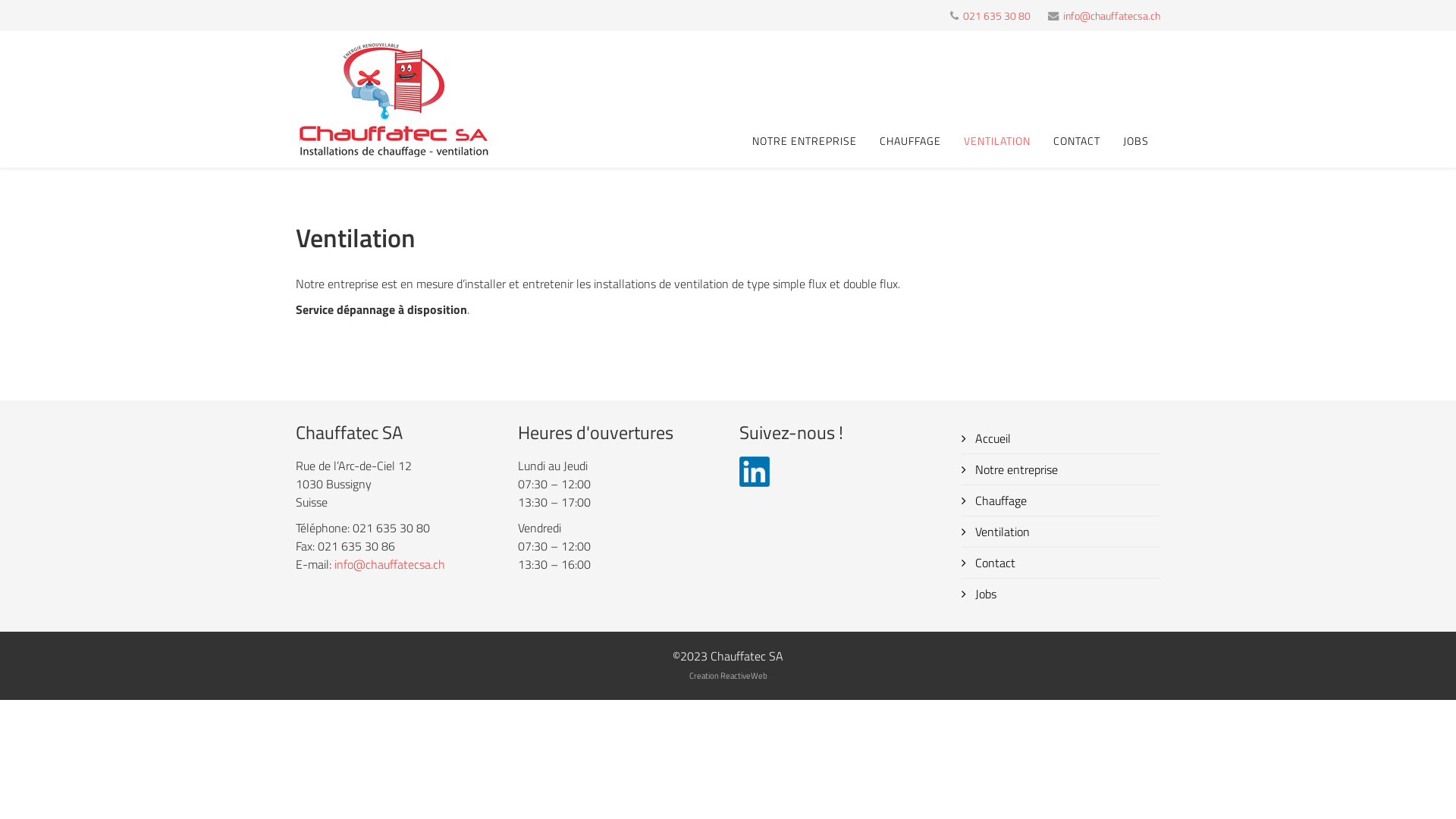 The height and width of the screenshot is (819, 1456). What do you see at coordinates (1111, 140) in the screenshot?
I see `'JOBS'` at bounding box center [1111, 140].